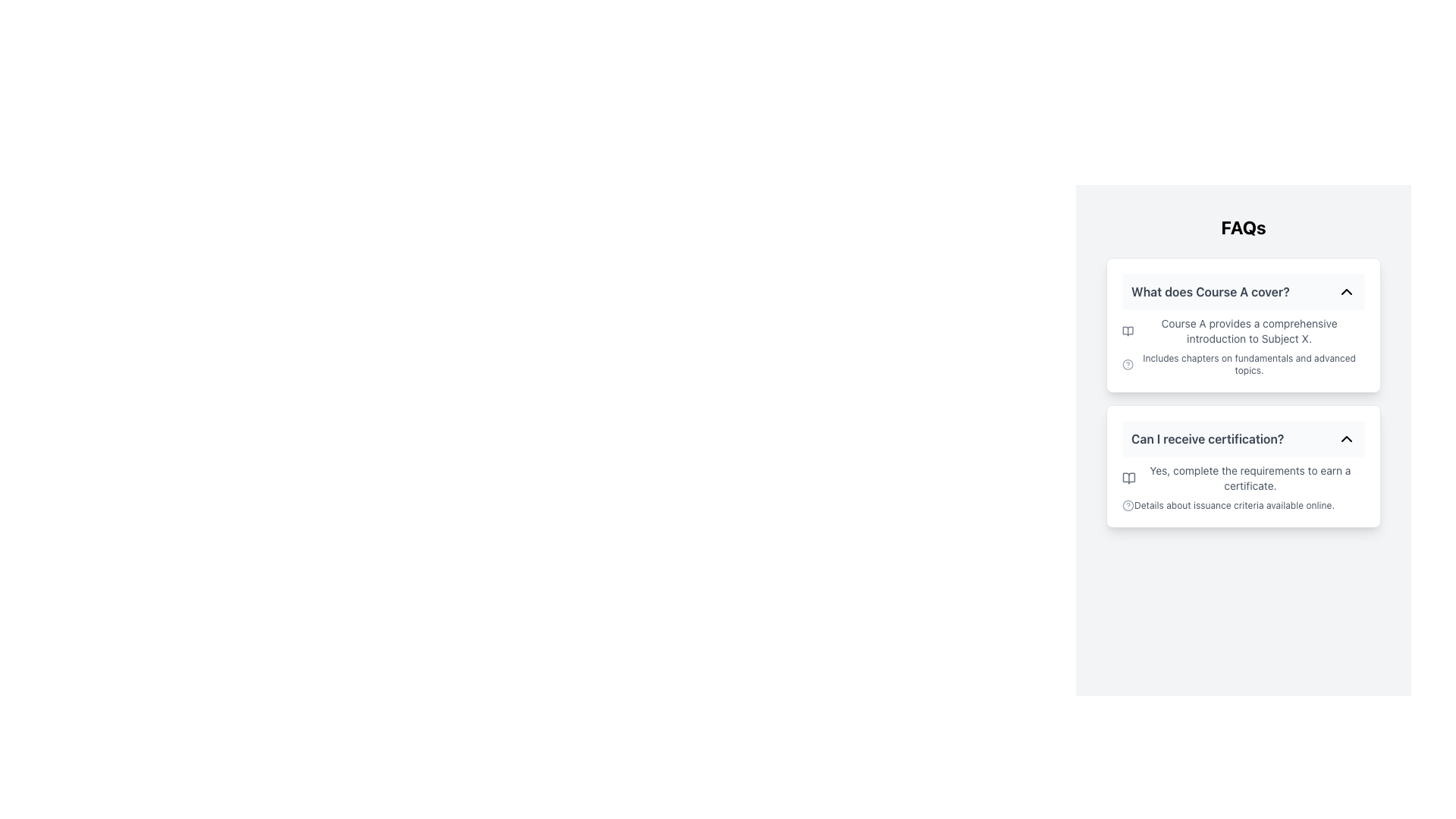 The width and height of the screenshot is (1456, 819). Describe the element at coordinates (1244, 479) in the screenshot. I see `text label that provides information about earning a certificate, located under the FAQ question 'Can I receive certification?'` at that location.